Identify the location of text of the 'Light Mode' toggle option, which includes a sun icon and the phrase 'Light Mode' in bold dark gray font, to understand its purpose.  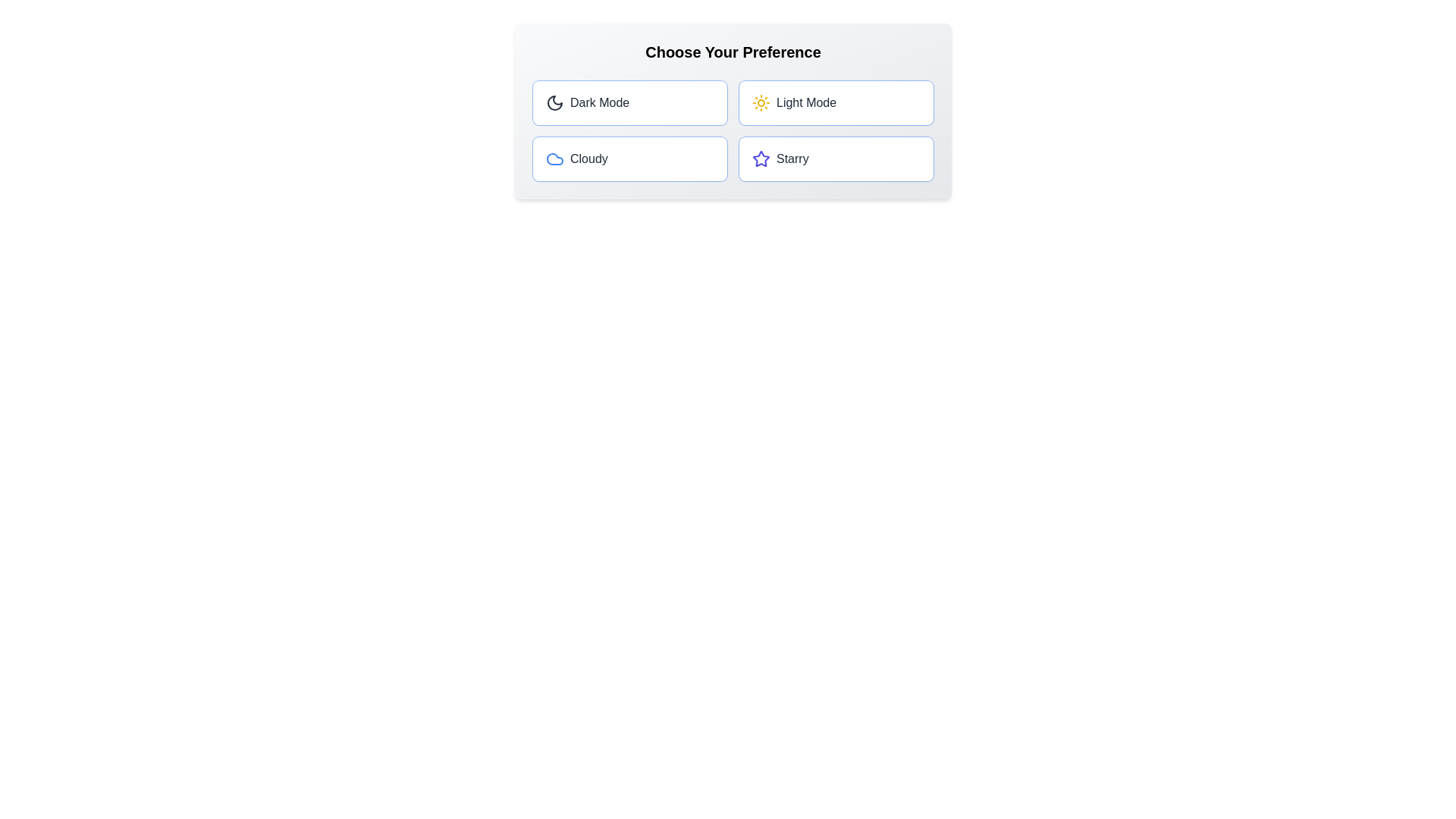
(793, 102).